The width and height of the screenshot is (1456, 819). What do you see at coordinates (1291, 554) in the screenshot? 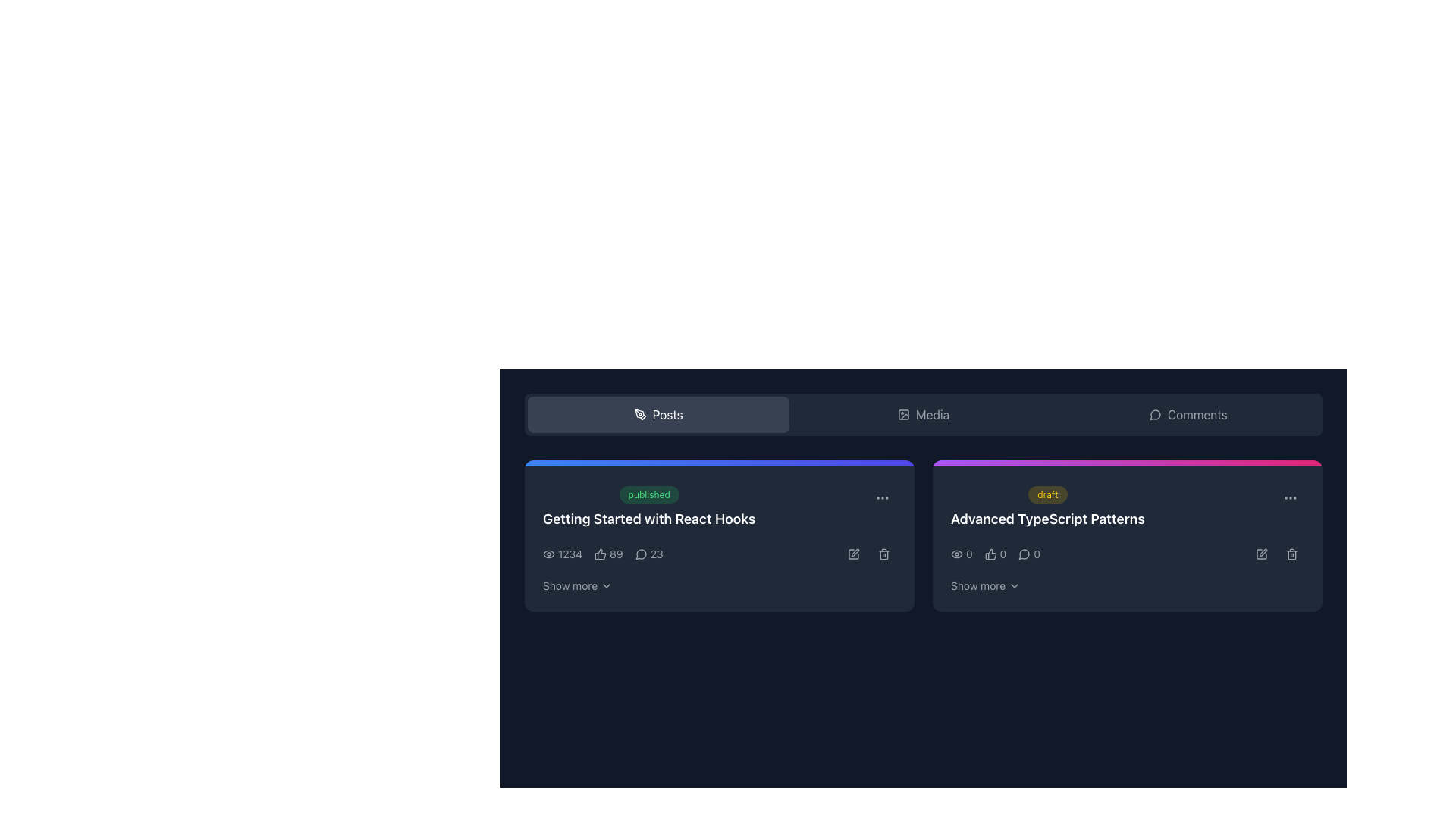
I see `the trash can icon button located in the bottom right corner of the 'Advanced TypeScript Patterns' card` at bounding box center [1291, 554].